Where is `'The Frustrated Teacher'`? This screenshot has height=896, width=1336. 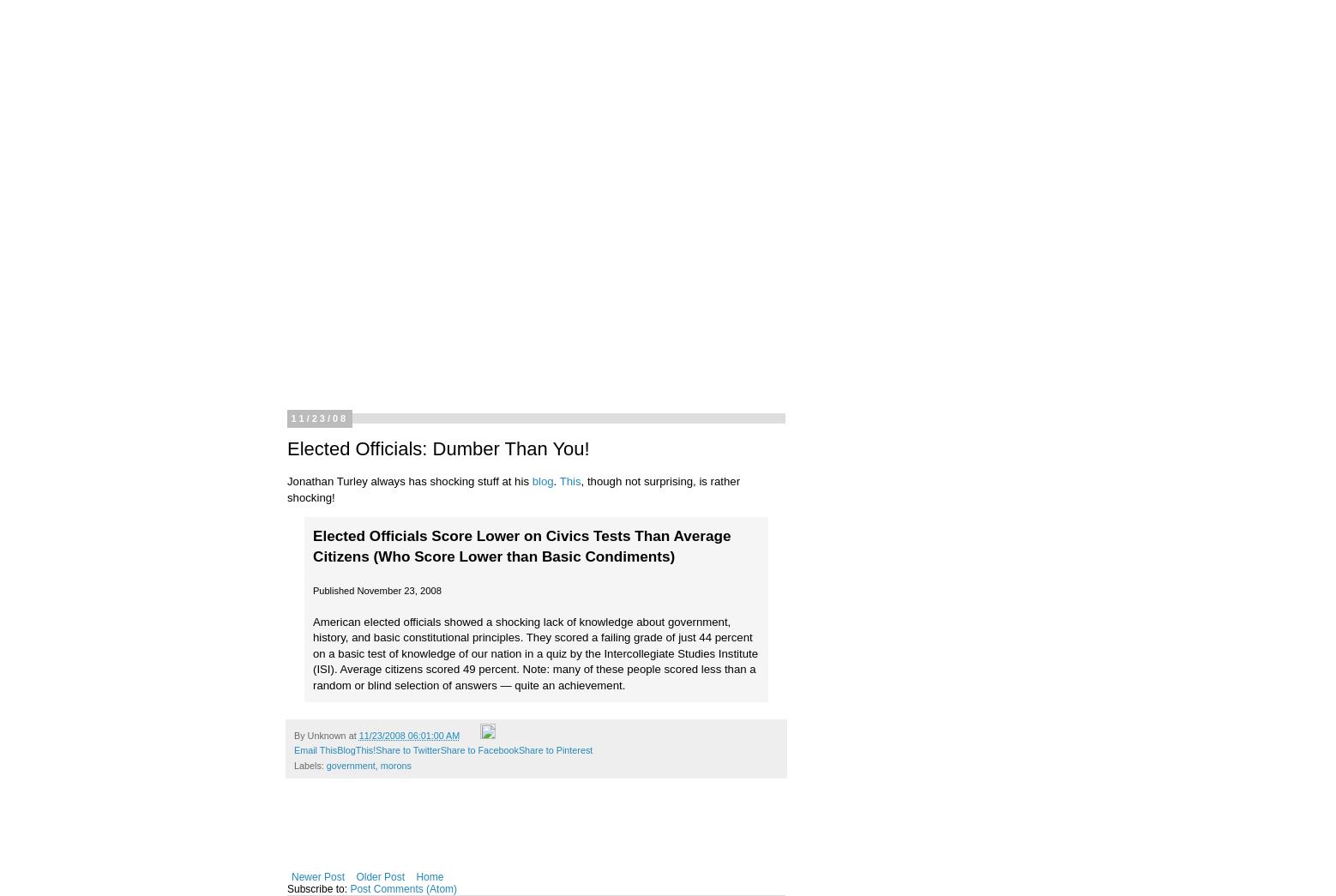 'The Frustrated Teacher' is located at coordinates (218, 75).